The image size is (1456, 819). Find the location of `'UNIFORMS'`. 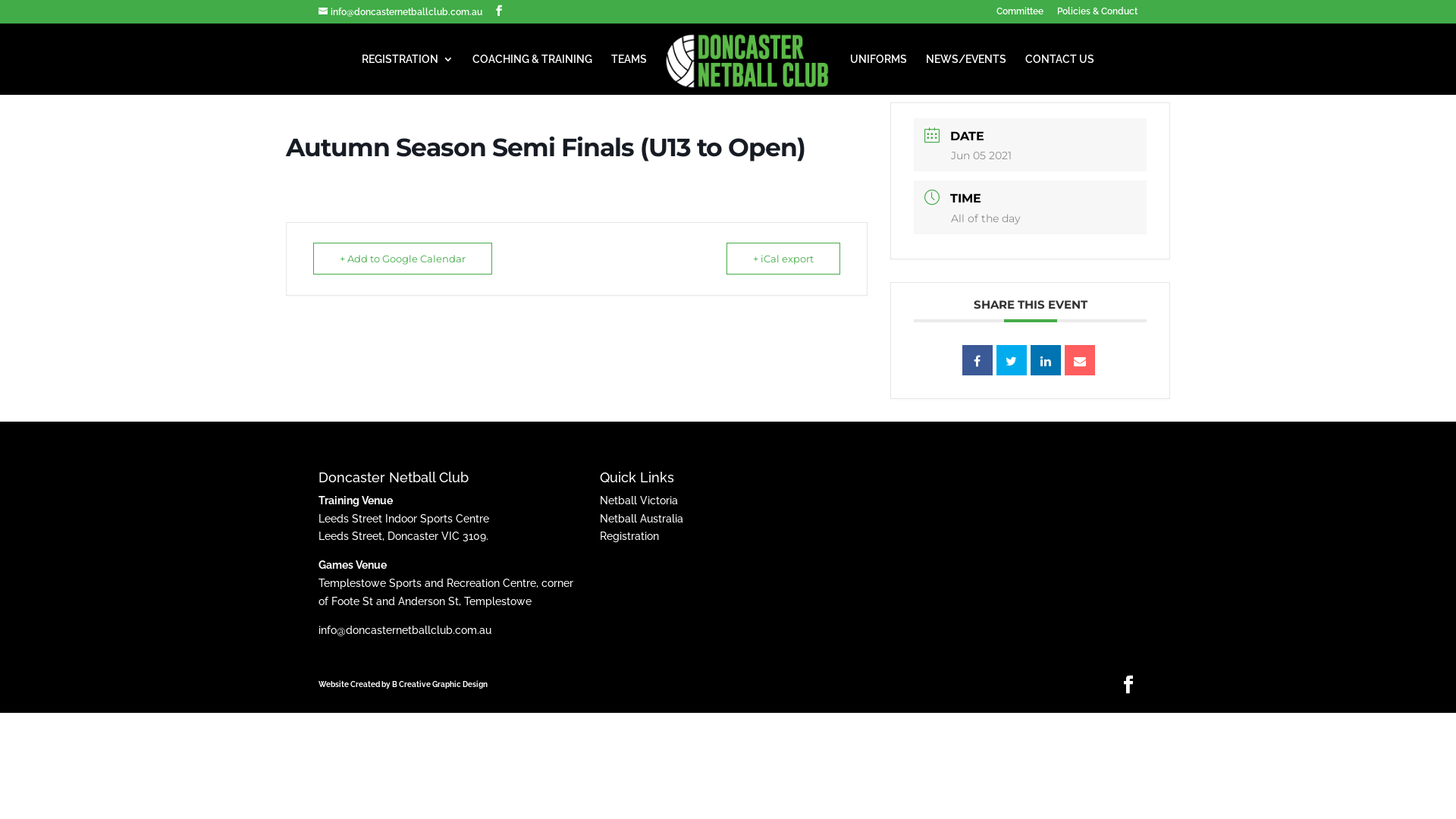

'UNIFORMS' is located at coordinates (878, 74).